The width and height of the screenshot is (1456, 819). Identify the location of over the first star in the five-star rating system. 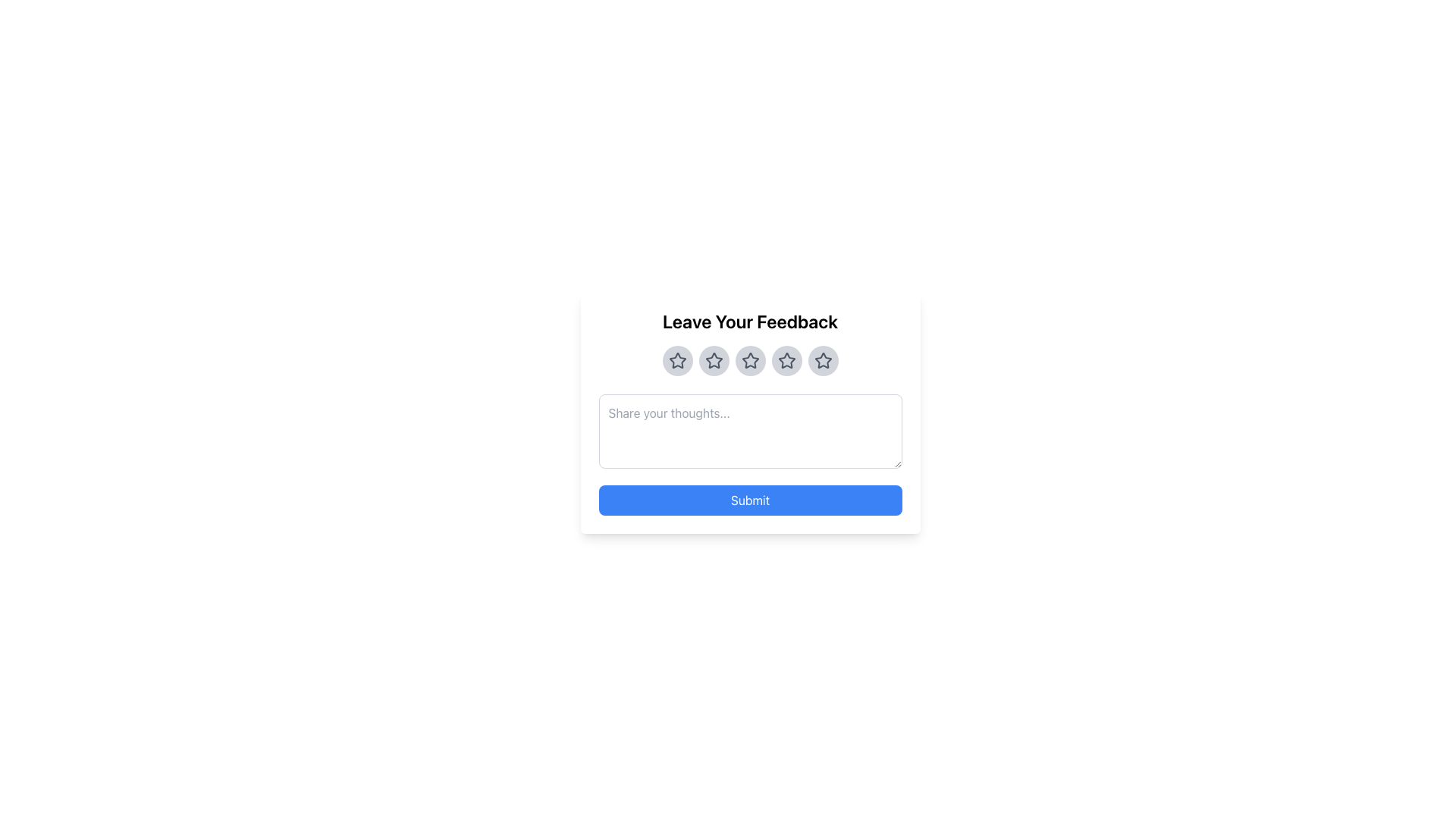
(676, 360).